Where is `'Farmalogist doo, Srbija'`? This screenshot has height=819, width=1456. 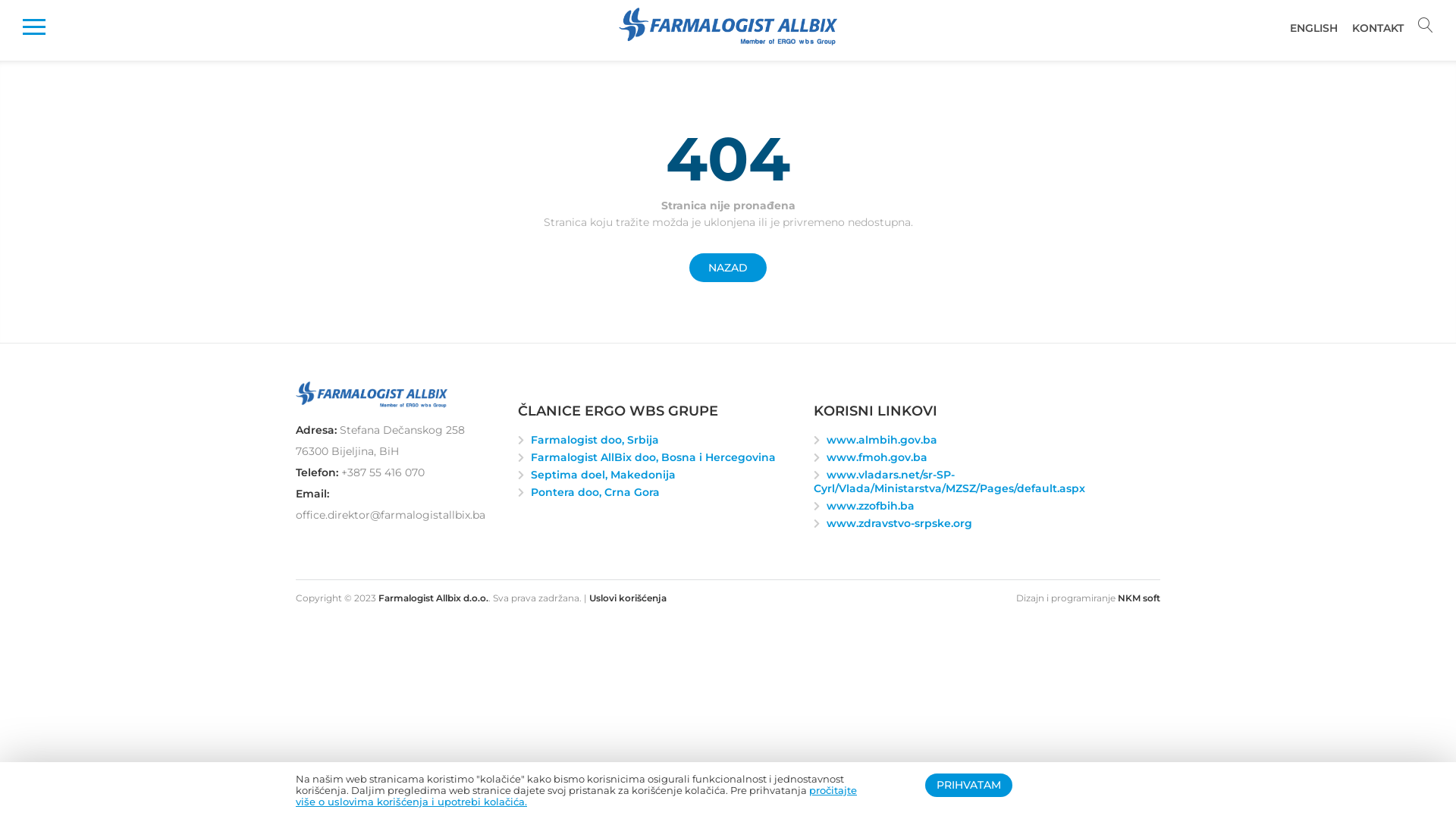 'Farmalogist doo, Srbija' is located at coordinates (594, 439).